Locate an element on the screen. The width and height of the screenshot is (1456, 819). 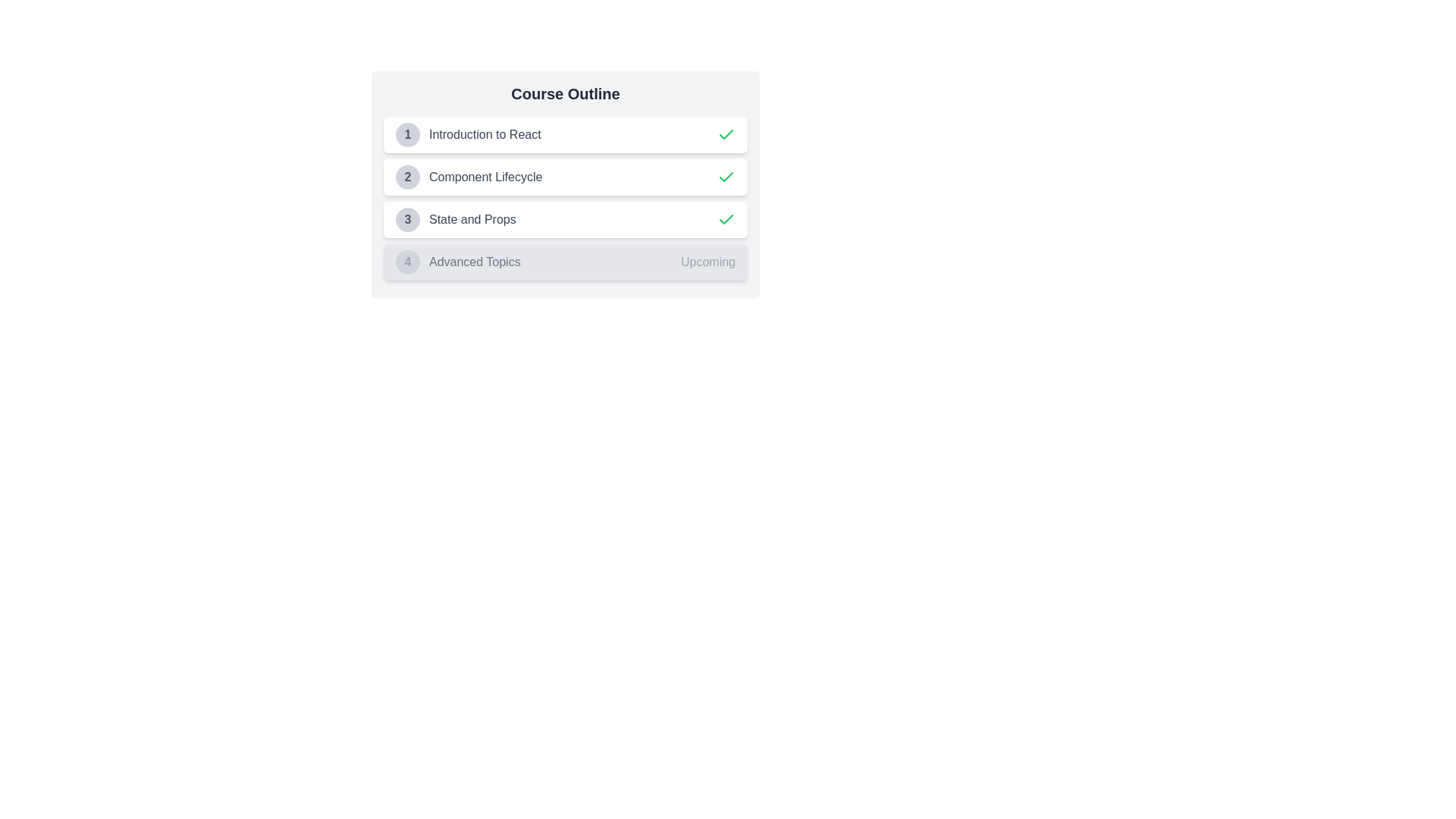
the completion status by interacting with the green checkmark icon, which indicates the status of the 'Introduction to React' item in the Course Outline is located at coordinates (726, 176).